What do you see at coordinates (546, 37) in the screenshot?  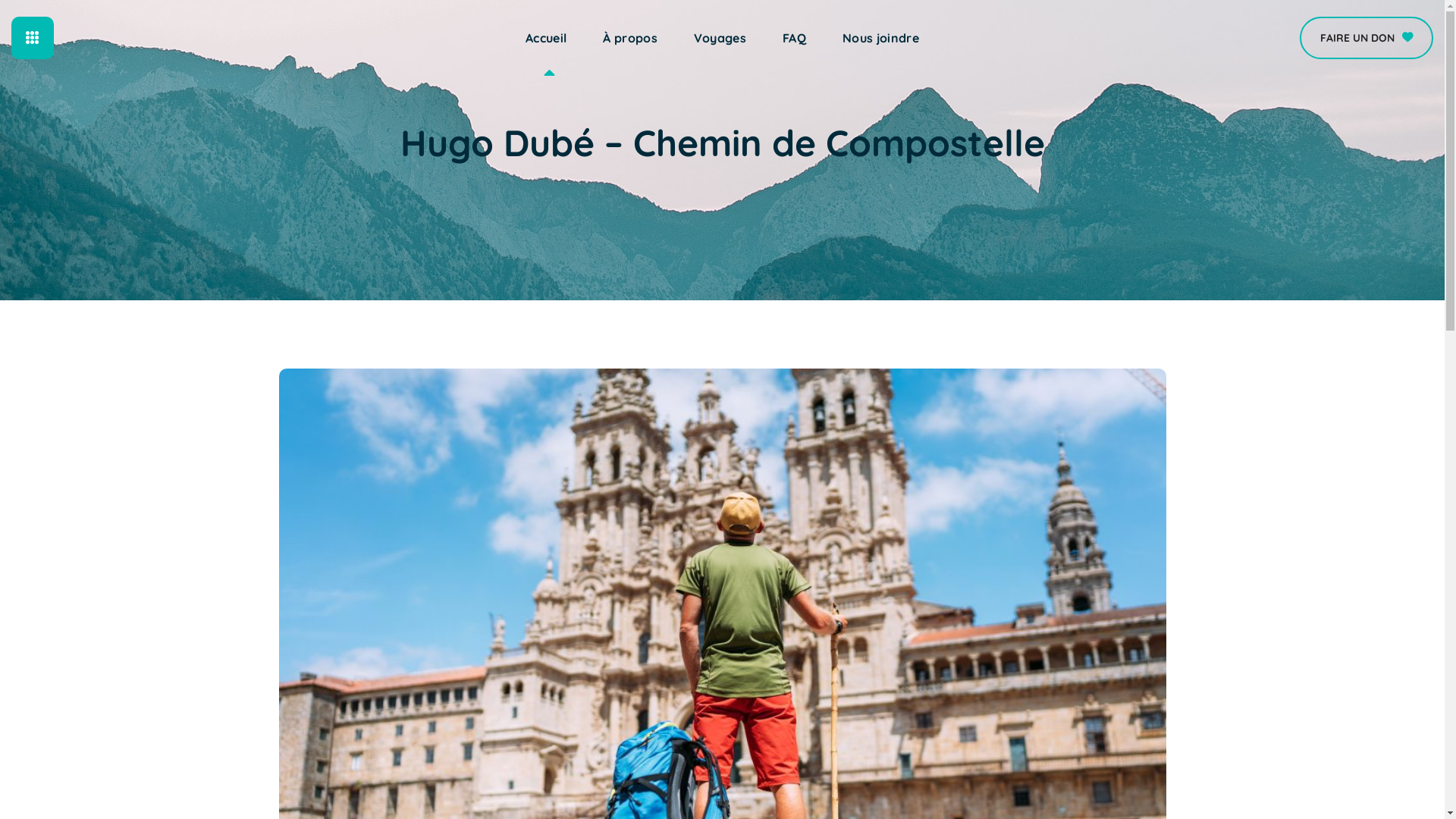 I see `'Accueil'` at bounding box center [546, 37].